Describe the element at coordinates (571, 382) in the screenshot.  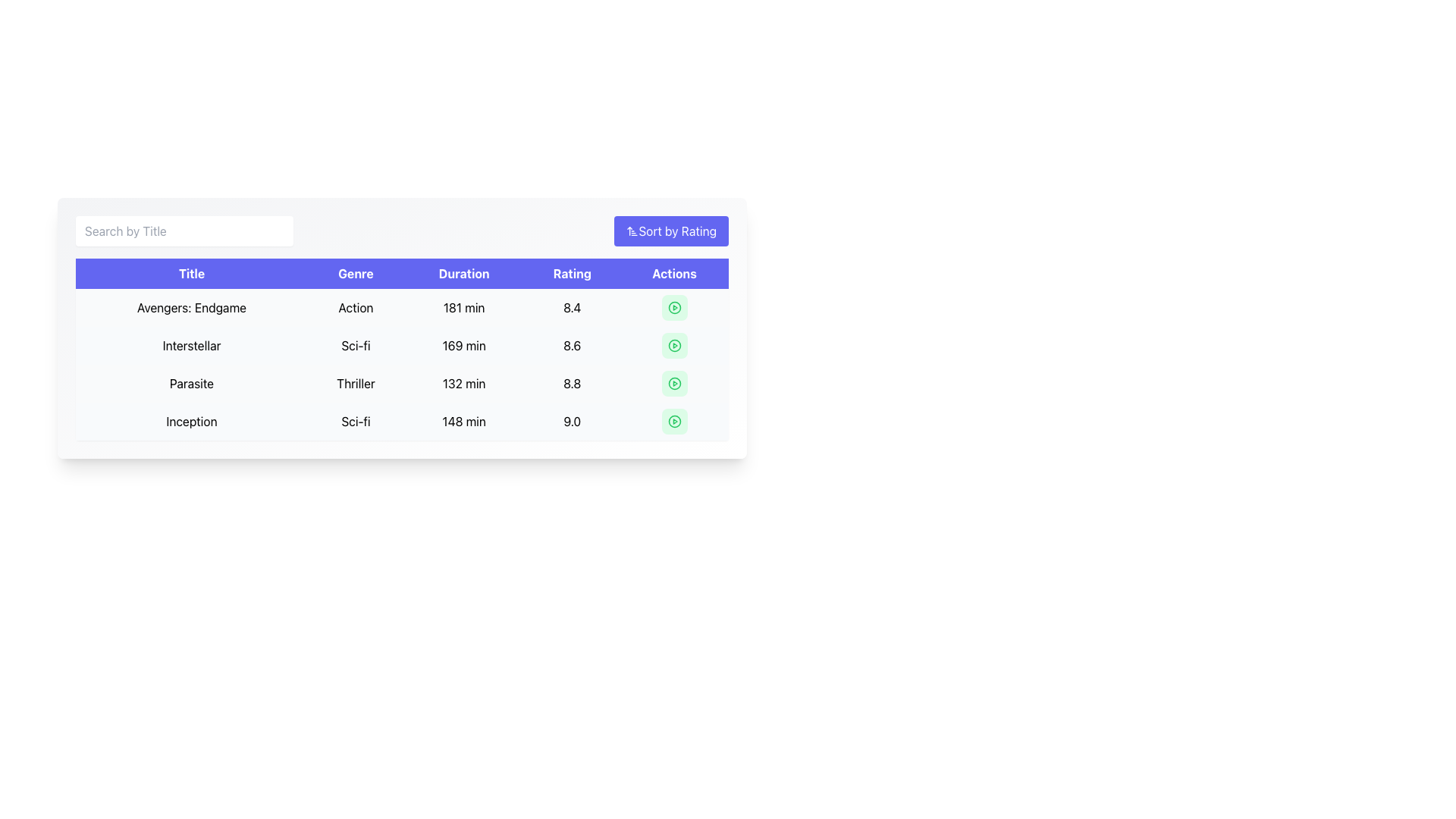
I see `the static text element displaying the rating of the movie 'Parasite', located in the fourth column of the table under the header 'Rating'` at that location.